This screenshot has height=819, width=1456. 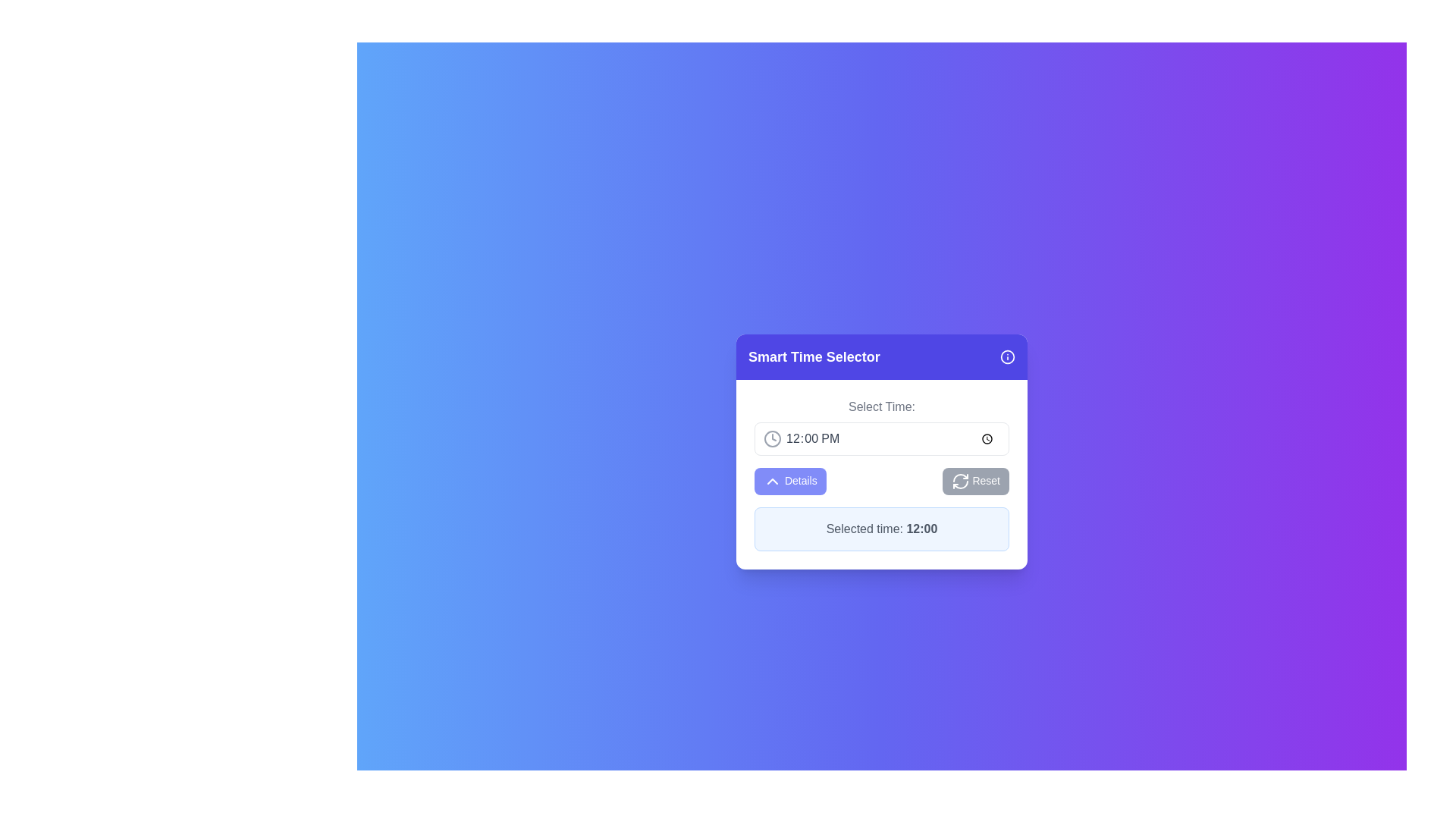 What do you see at coordinates (789, 482) in the screenshot?
I see `the button used to reveal or hide additional details related to the current selection via keyboard navigation` at bounding box center [789, 482].